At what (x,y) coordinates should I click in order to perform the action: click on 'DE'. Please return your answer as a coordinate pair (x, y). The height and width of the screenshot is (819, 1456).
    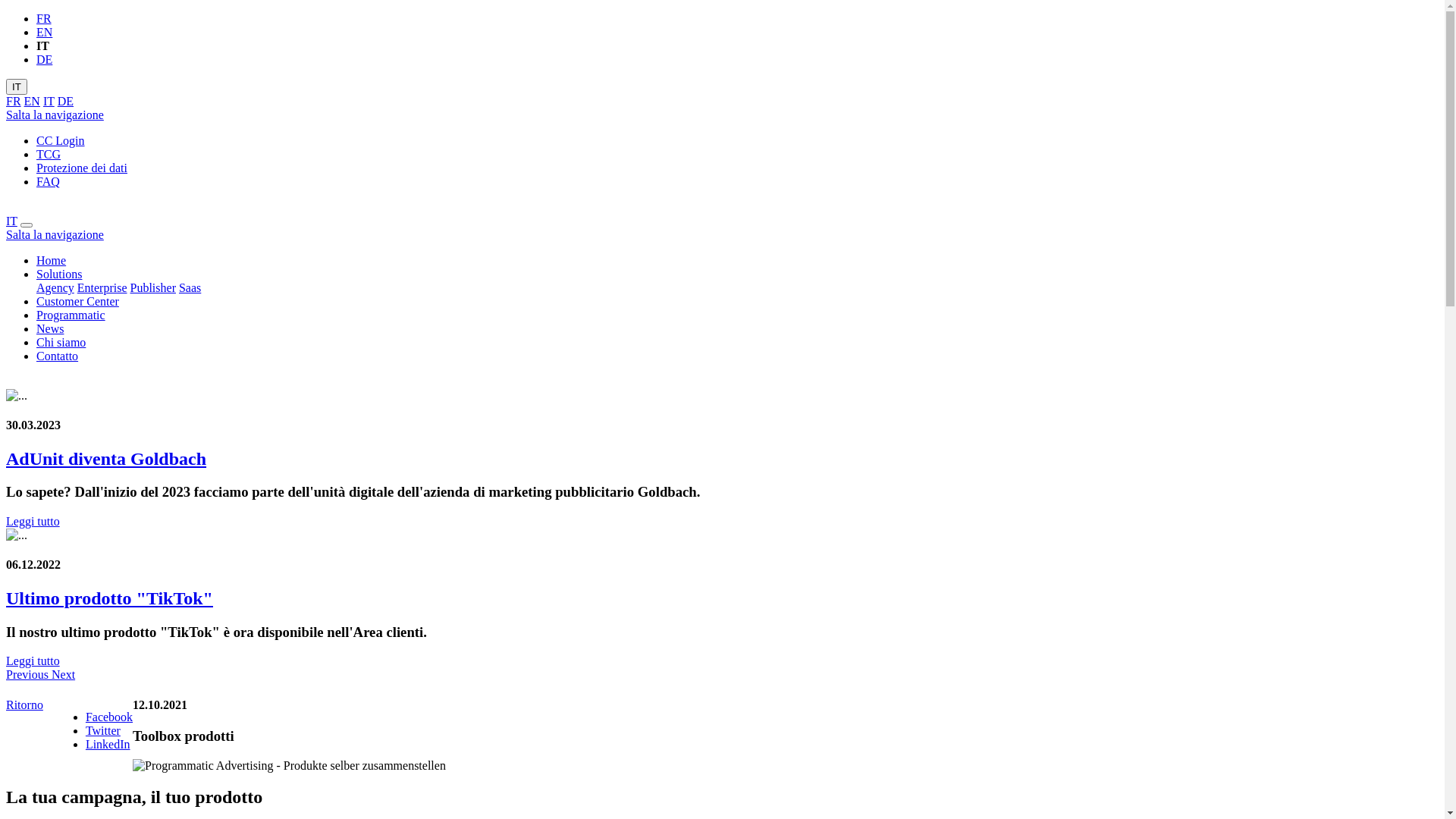
    Looking at the image, I should click on (36, 58).